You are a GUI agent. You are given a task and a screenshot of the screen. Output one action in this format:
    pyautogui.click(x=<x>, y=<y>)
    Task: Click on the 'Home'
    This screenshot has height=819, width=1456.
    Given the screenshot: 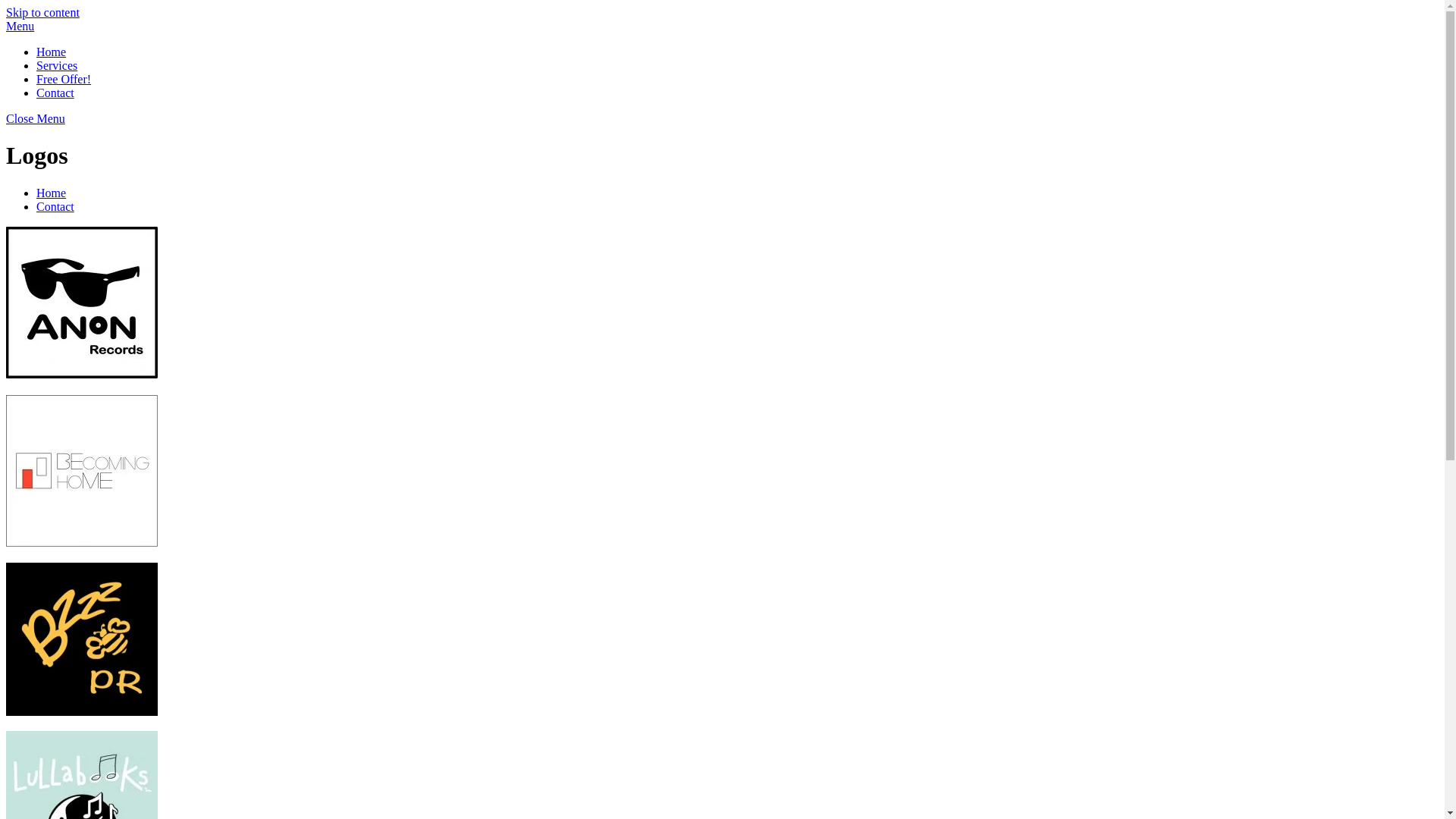 What is the action you would take?
    pyautogui.click(x=51, y=51)
    